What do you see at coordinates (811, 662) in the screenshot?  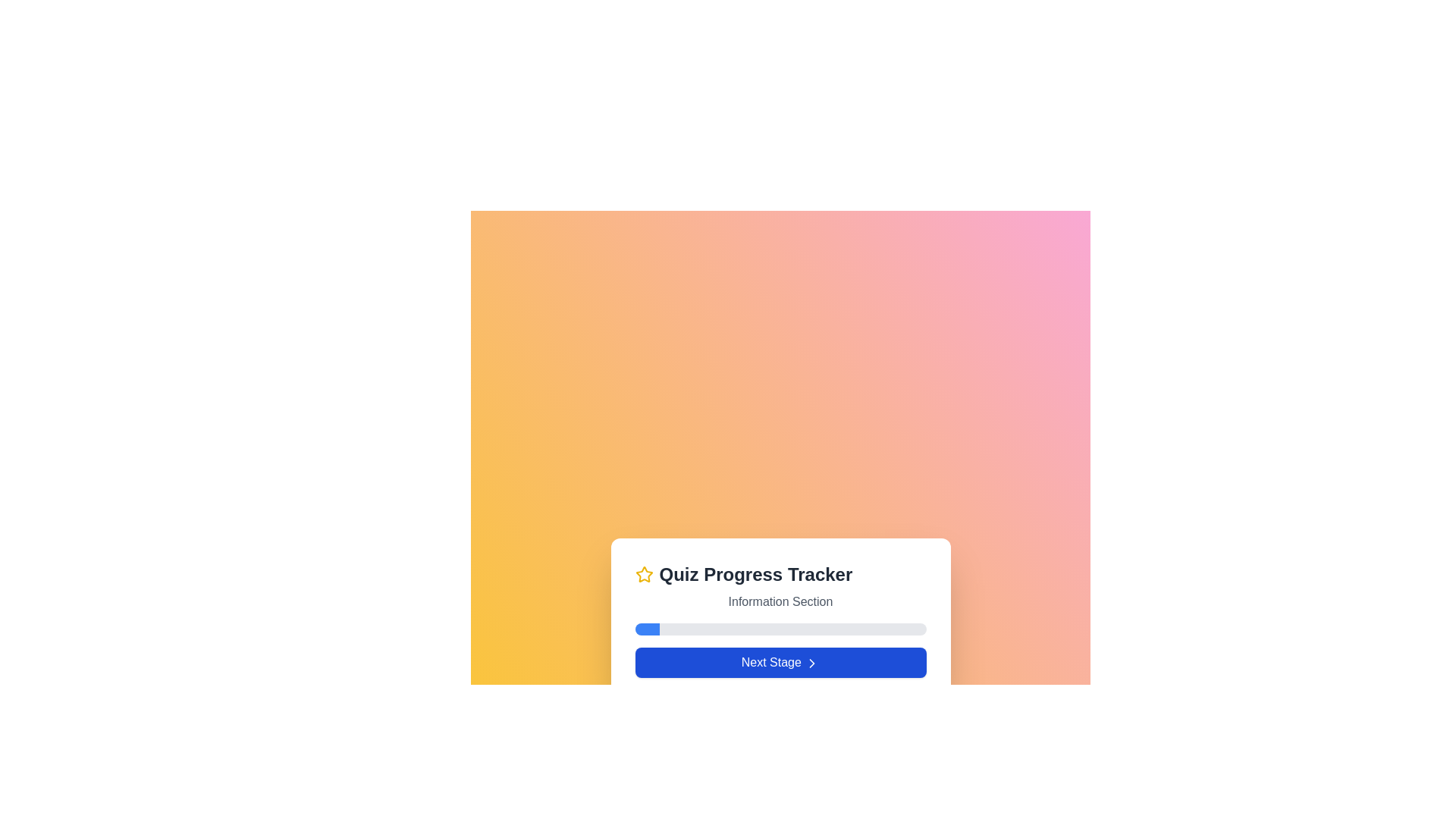 I see `the arrow icon located on the right side of the 'Next Stage' button in the 'Quiz Progress Tracker' card` at bounding box center [811, 662].